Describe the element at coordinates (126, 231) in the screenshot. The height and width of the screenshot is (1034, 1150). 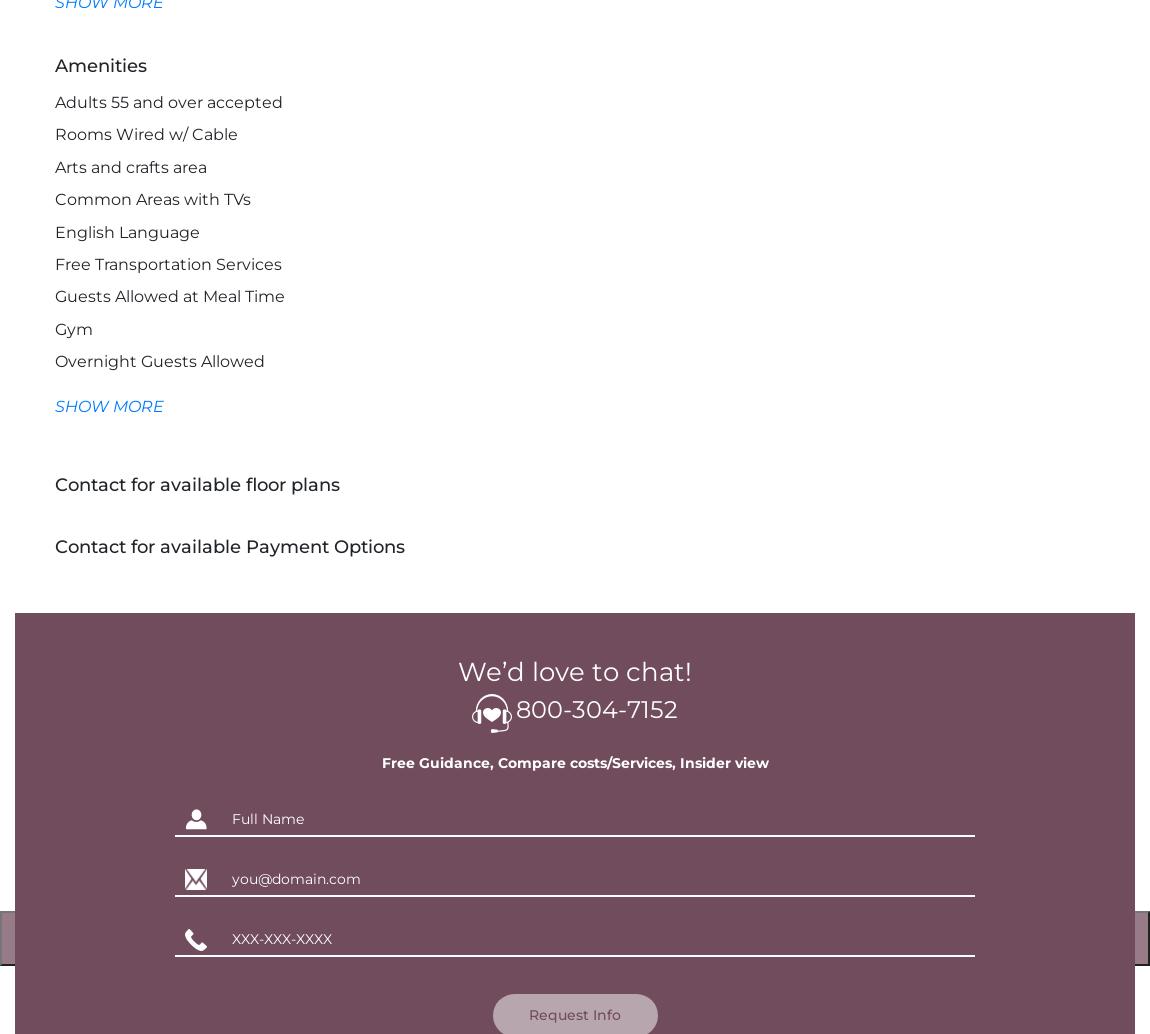
I see `'English Language'` at that location.